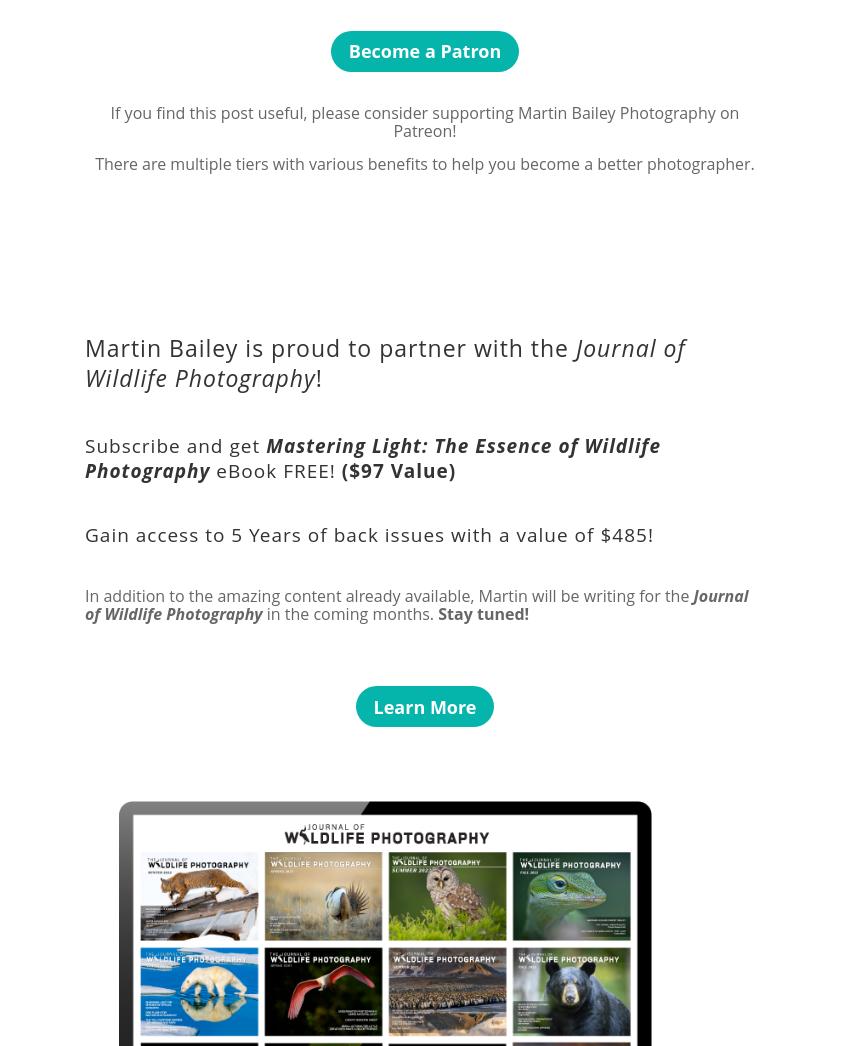  What do you see at coordinates (398, 468) in the screenshot?
I see `'($97 Value)'` at bounding box center [398, 468].